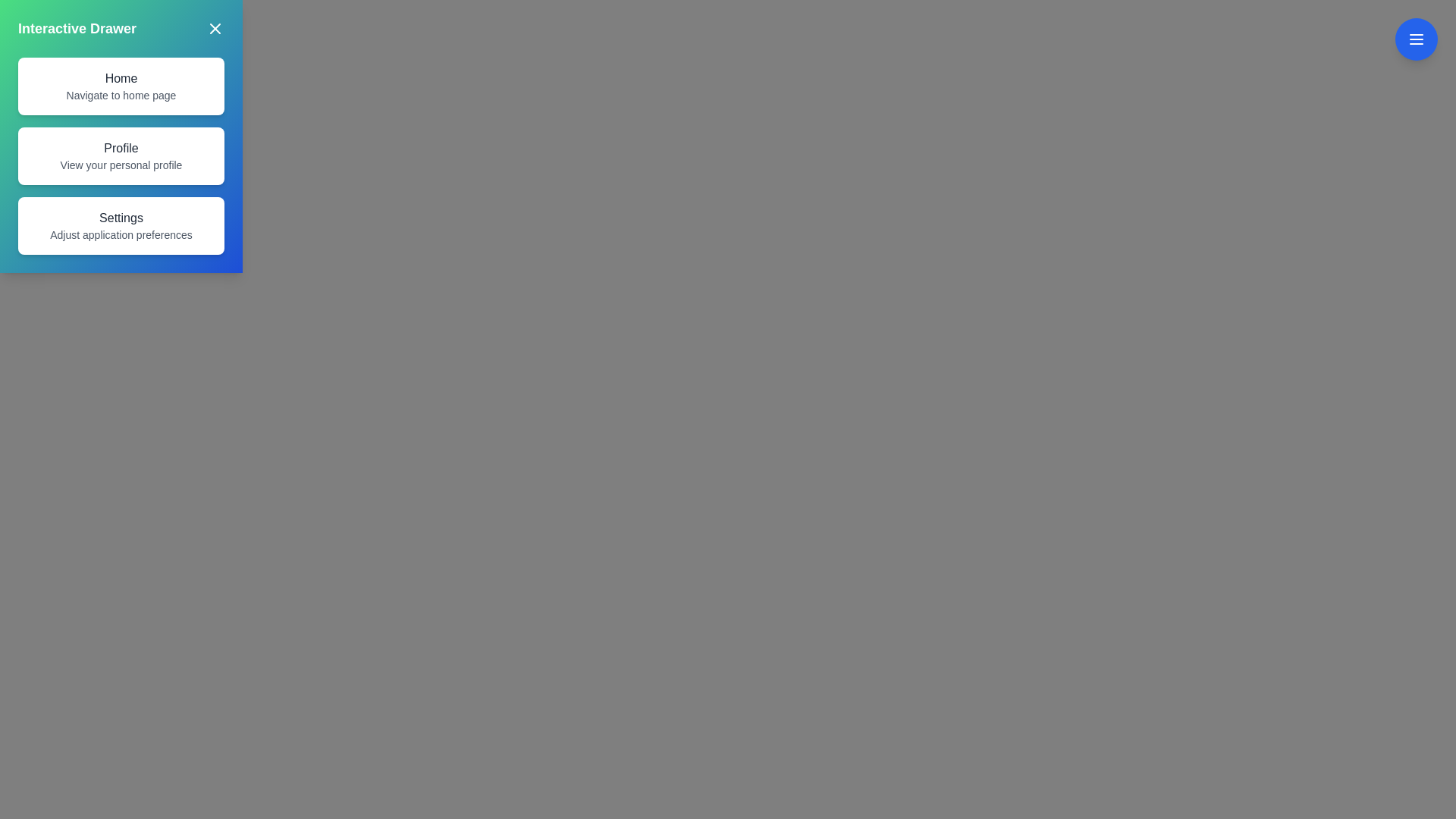 The image size is (1456, 819). What do you see at coordinates (214, 29) in the screenshot?
I see `the close button located at the top-right corner of the popup panel, which dismisses the panel` at bounding box center [214, 29].